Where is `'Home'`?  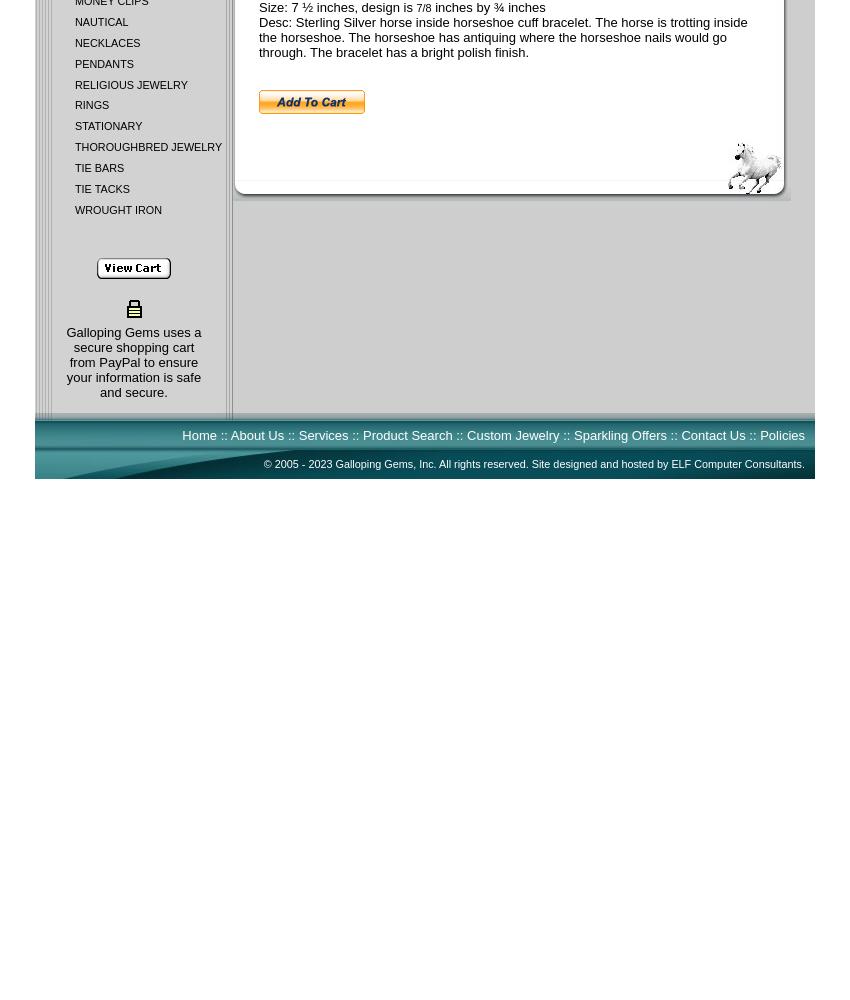
'Home' is located at coordinates (198, 435).